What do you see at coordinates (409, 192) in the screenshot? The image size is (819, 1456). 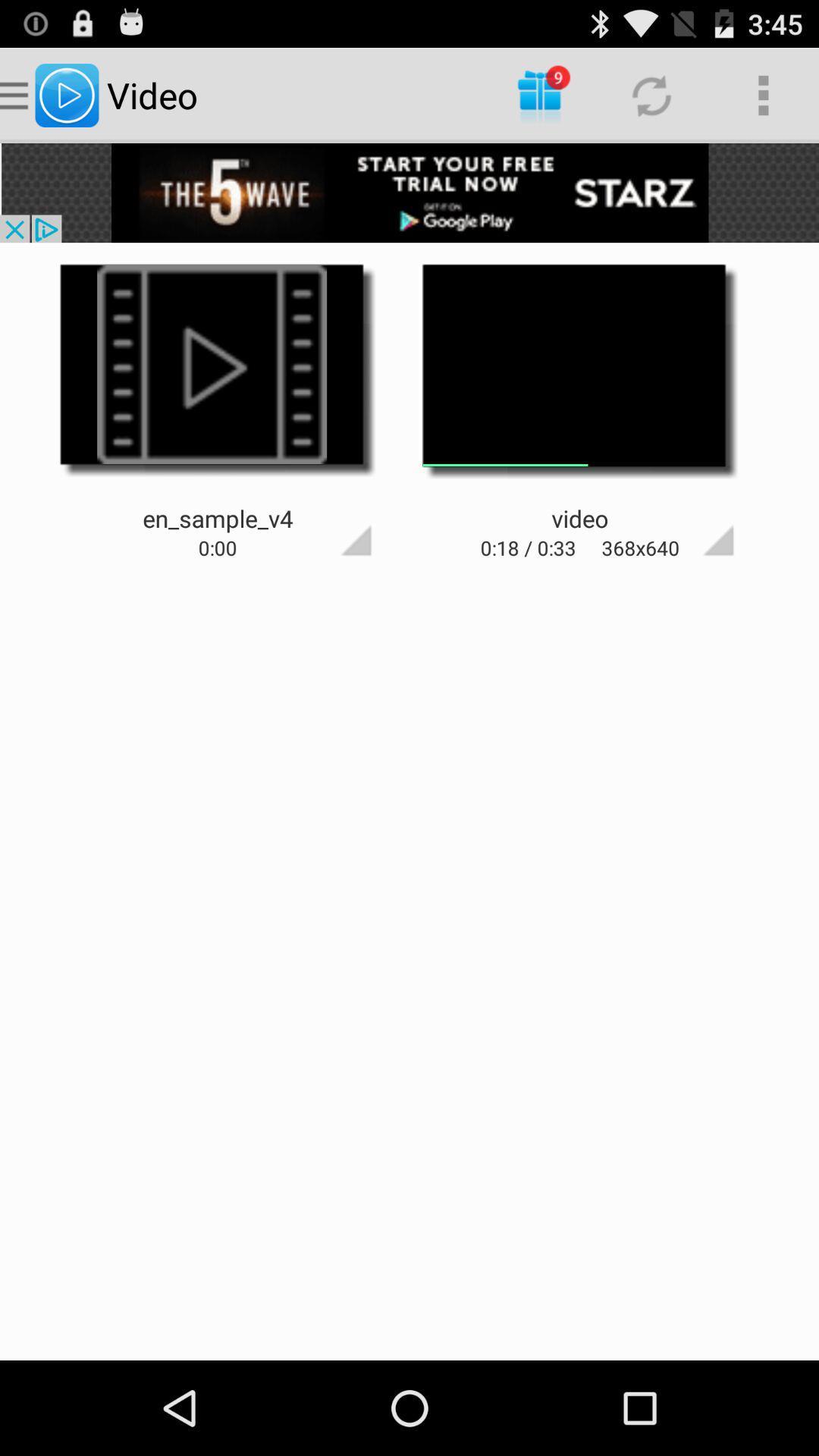 I see `the 5 wave` at bounding box center [409, 192].